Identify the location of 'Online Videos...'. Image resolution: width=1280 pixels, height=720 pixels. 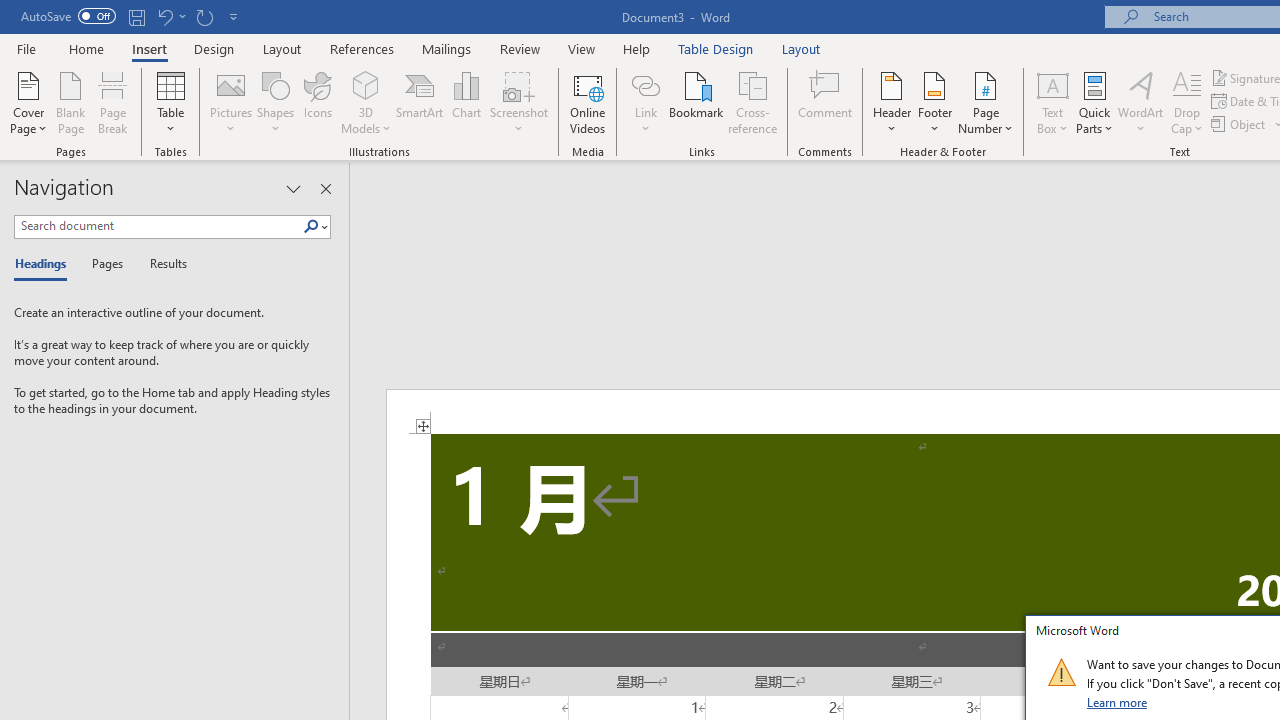
(587, 103).